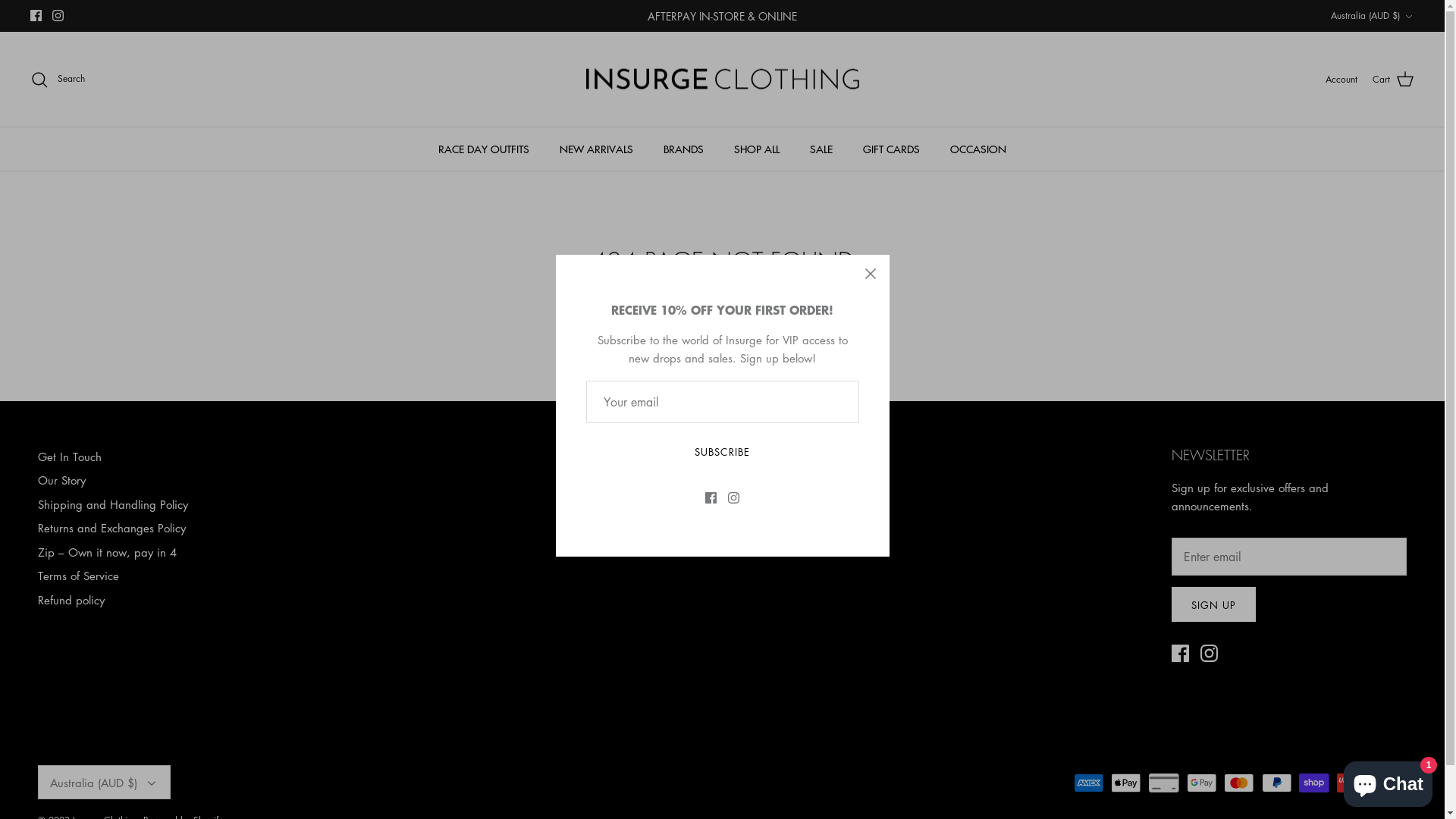 The image size is (1456, 819). What do you see at coordinates (757, 149) in the screenshot?
I see `'SHOP ALL'` at bounding box center [757, 149].